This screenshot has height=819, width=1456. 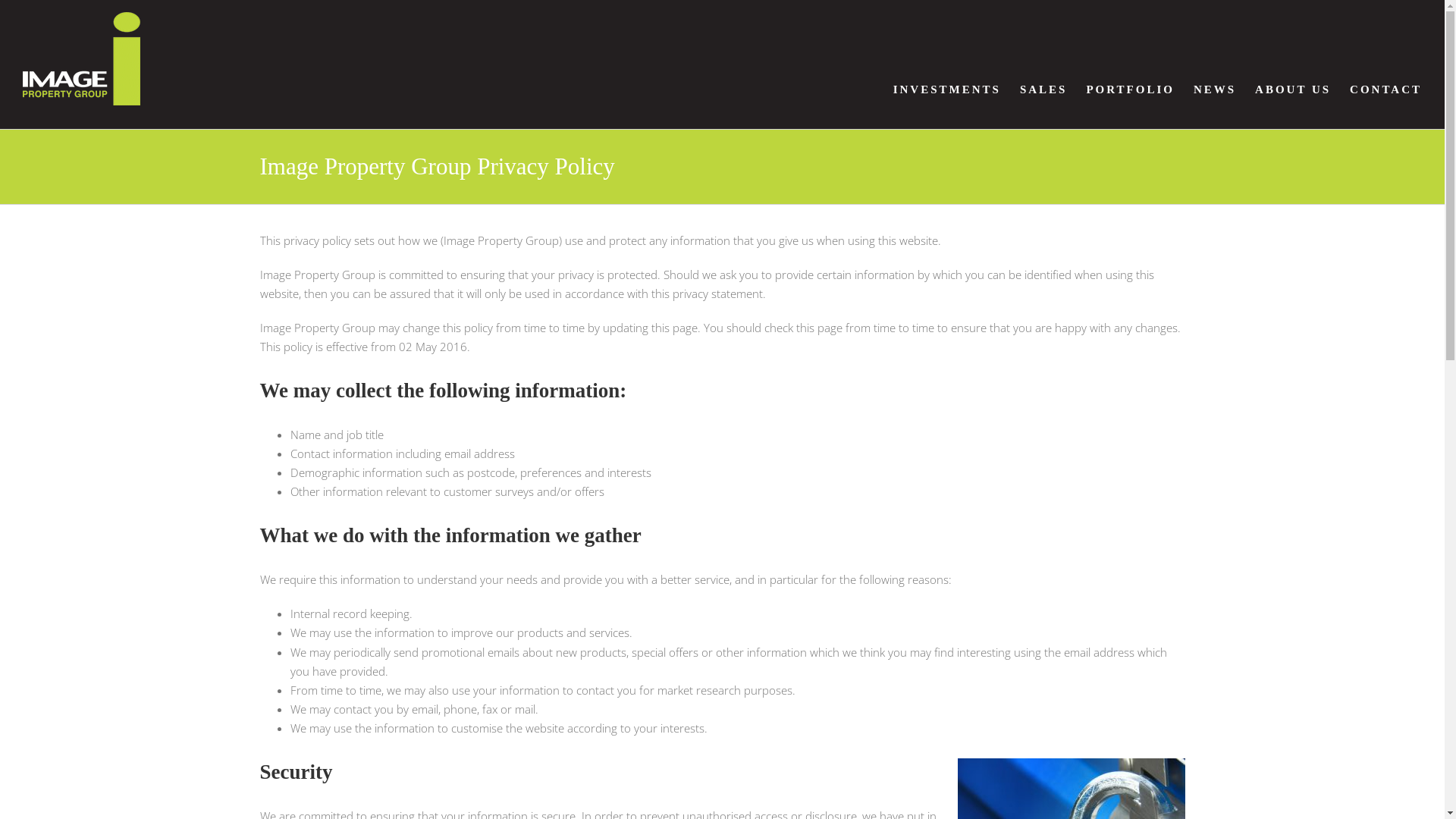 What do you see at coordinates (946, 89) in the screenshot?
I see `'INVESTMENTS'` at bounding box center [946, 89].